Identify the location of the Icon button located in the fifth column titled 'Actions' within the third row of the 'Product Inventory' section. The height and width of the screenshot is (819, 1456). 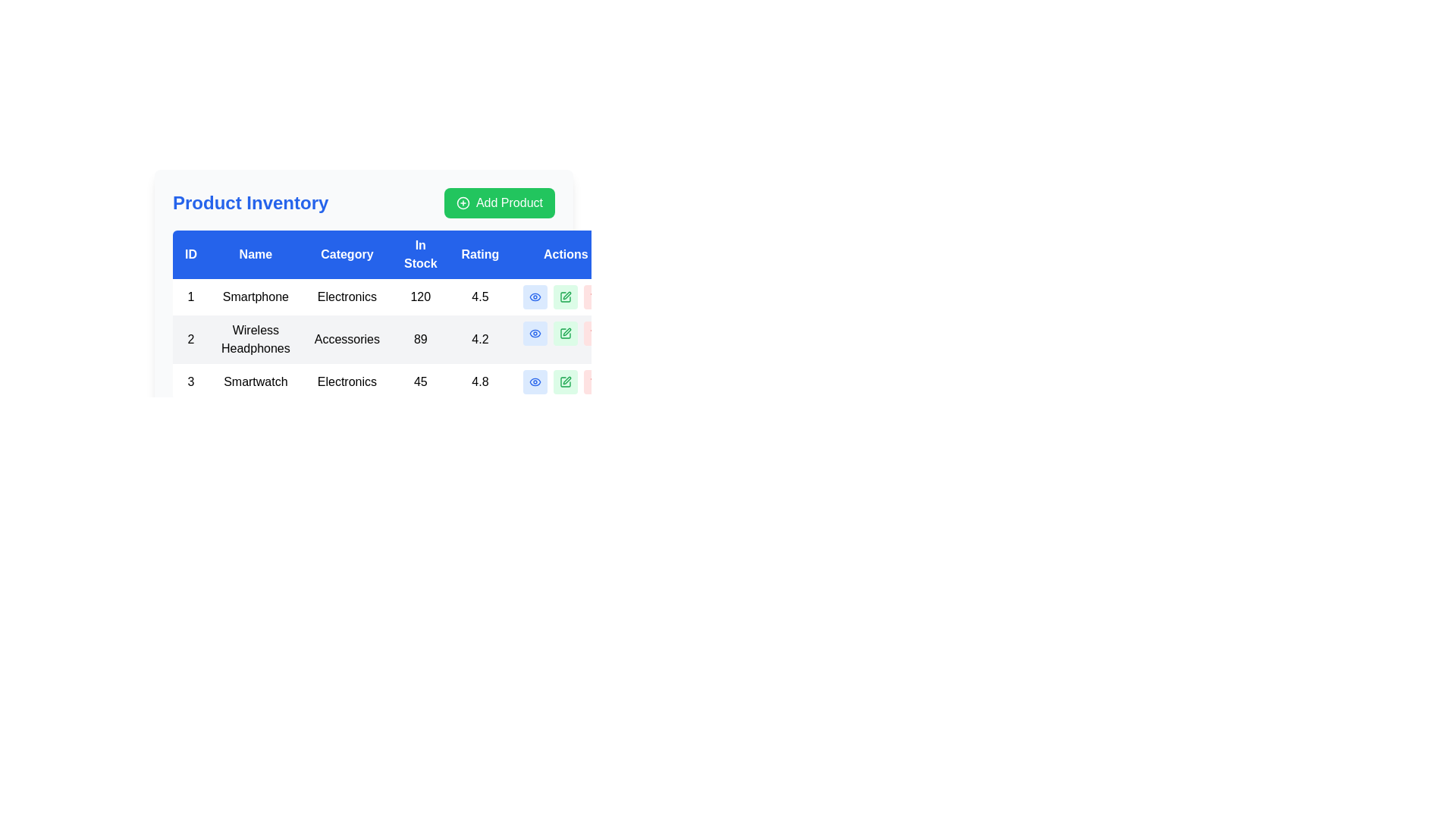
(535, 381).